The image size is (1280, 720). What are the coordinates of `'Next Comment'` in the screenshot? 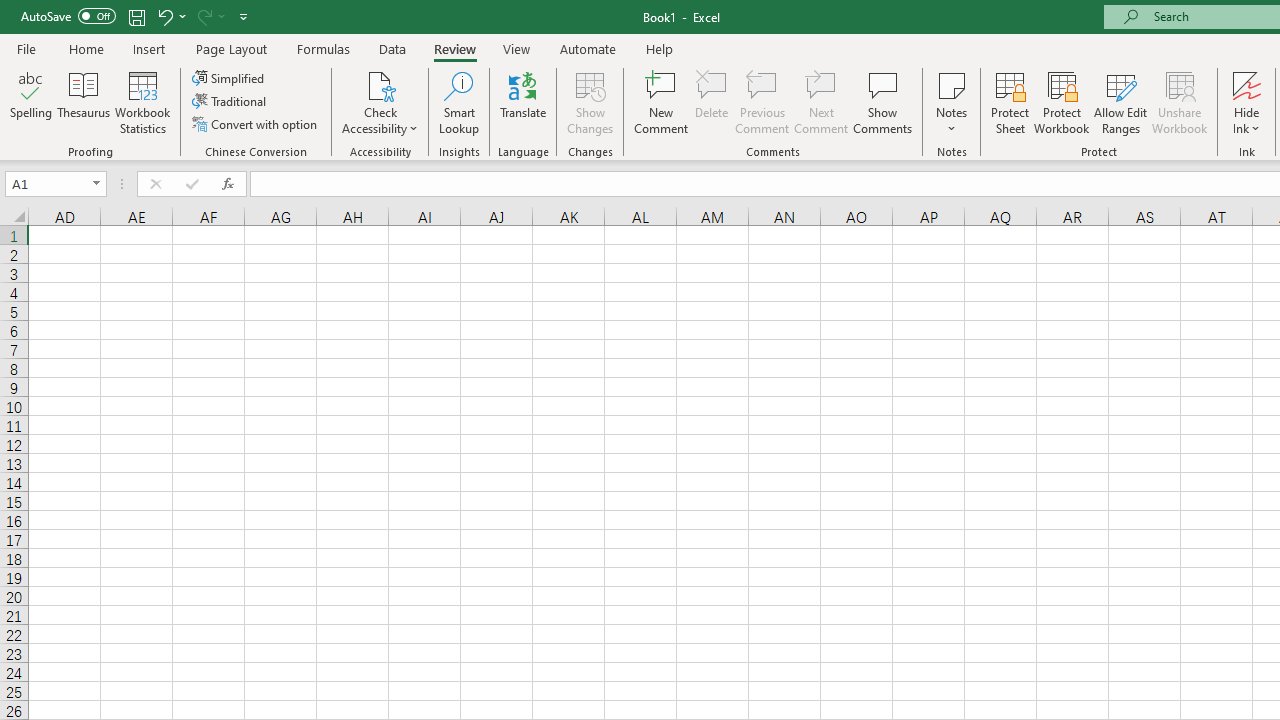 It's located at (821, 103).